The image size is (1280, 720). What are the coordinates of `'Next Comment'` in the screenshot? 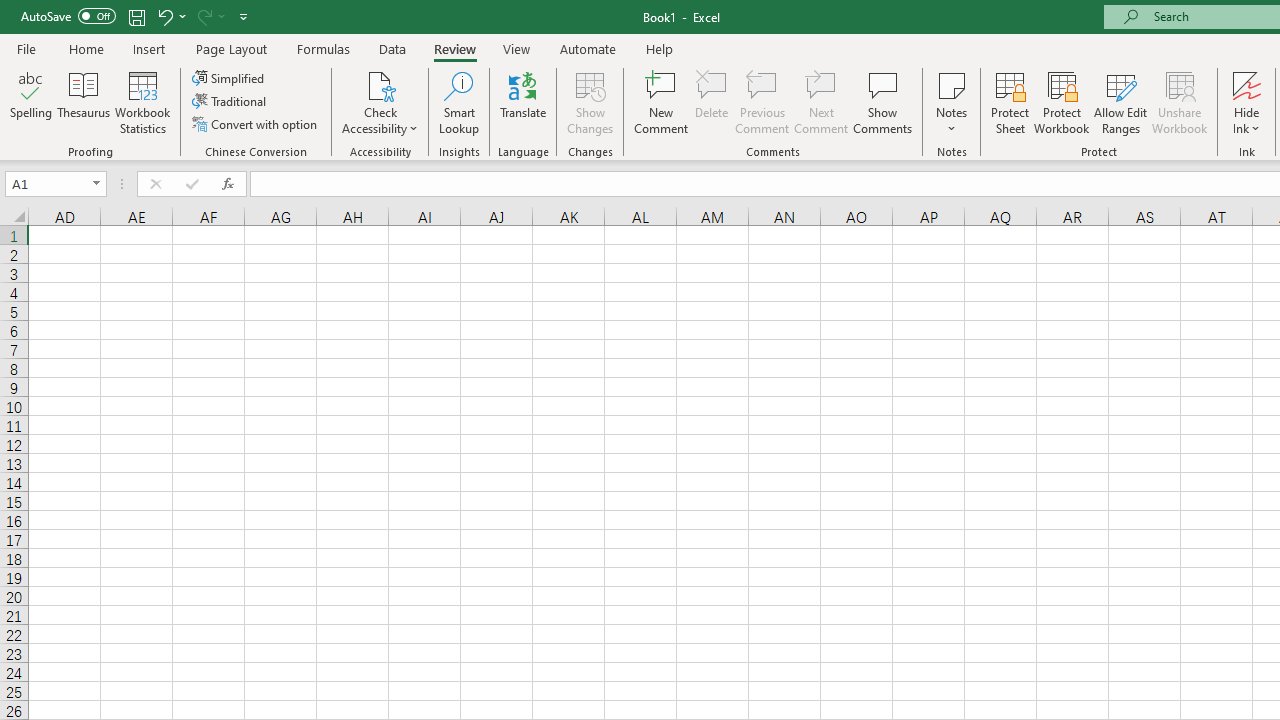 It's located at (821, 103).